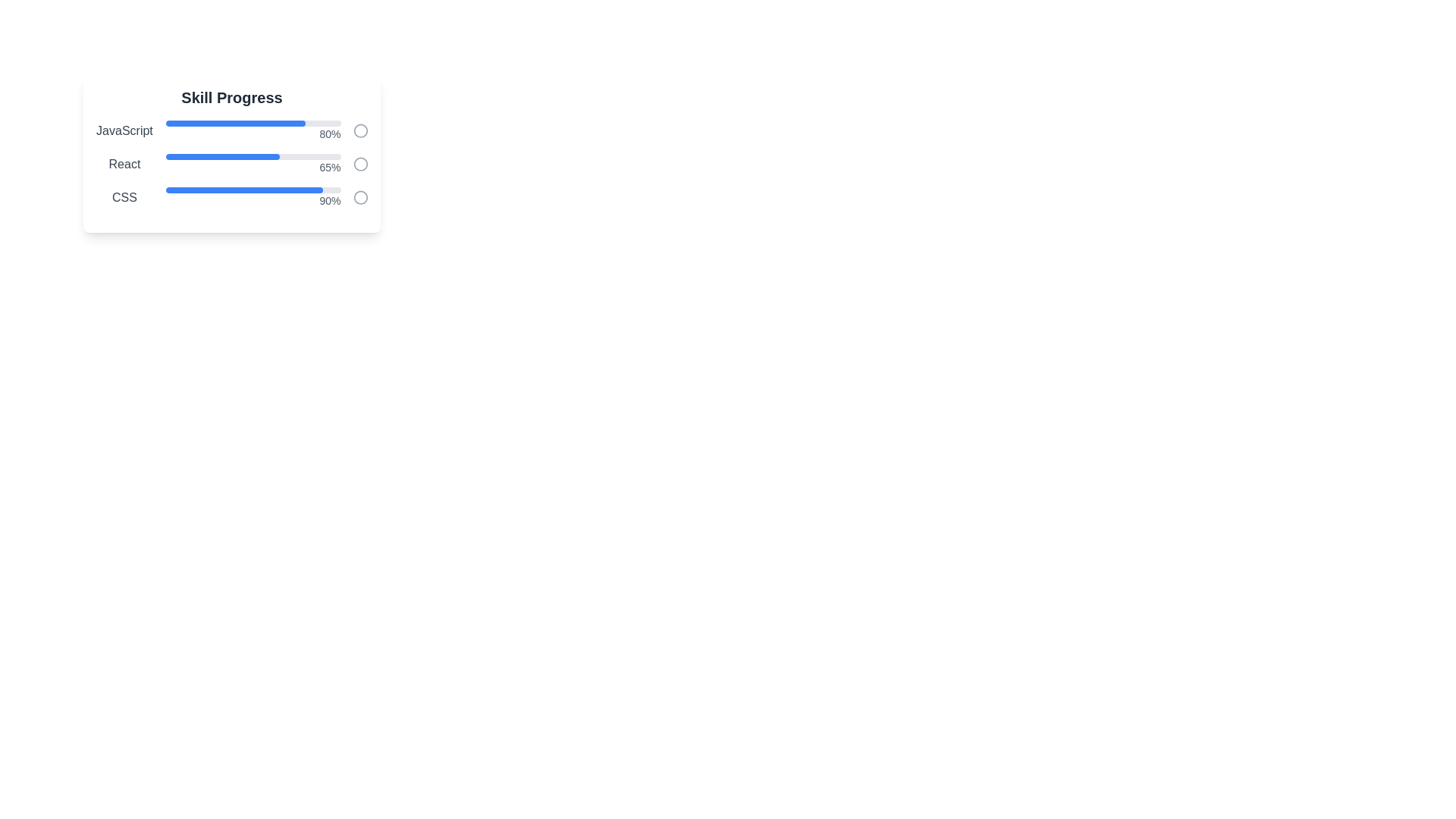 The image size is (1456, 819). Describe the element at coordinates (253, 197) in the screenshot. I see `the Progress Bar representing 90% progress for the skill 'CSS' to read its value` at that location.